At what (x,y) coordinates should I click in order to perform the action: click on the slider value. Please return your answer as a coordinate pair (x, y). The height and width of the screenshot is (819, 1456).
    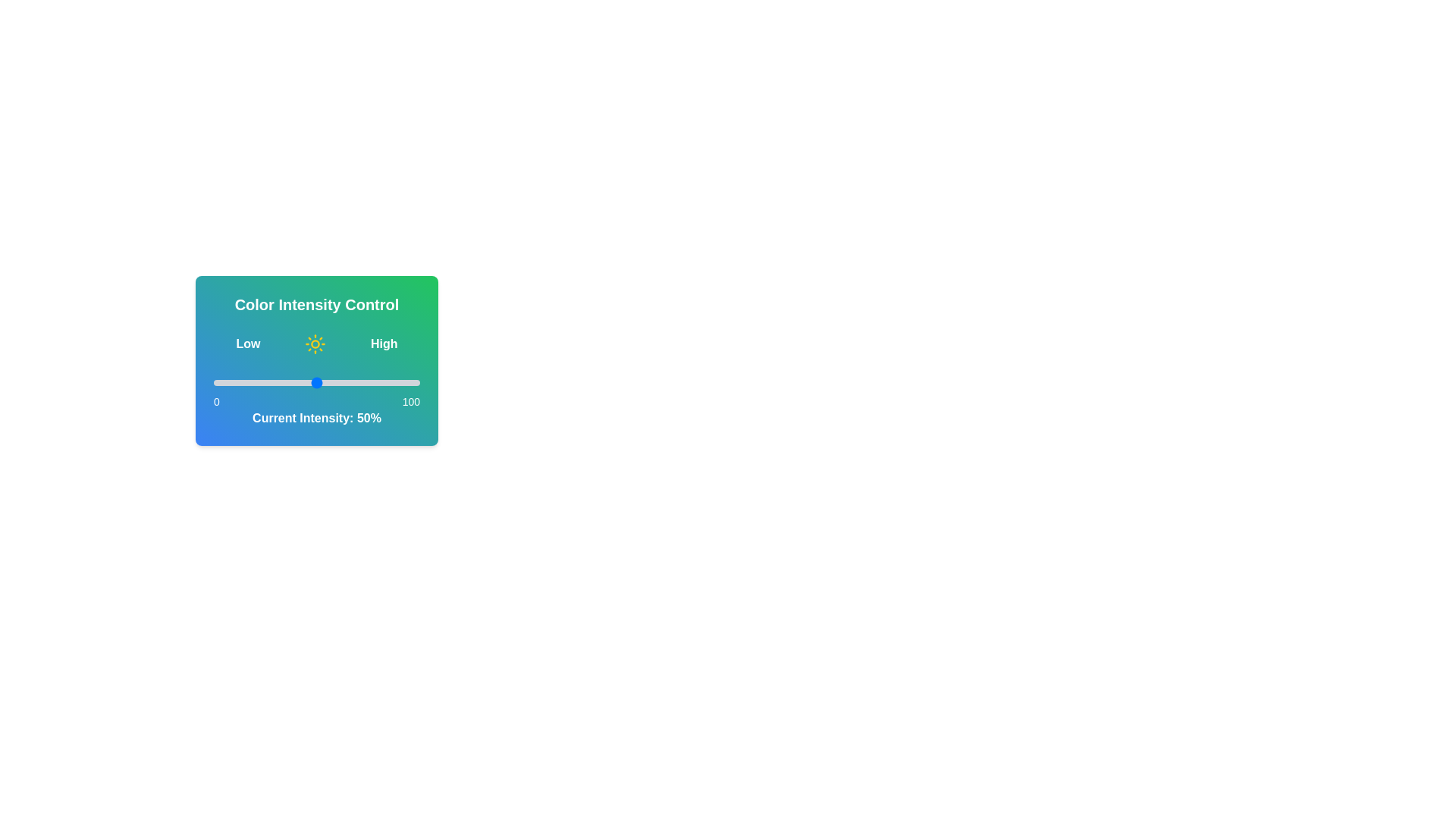
    Looking at the image, I should click on (280, 382).